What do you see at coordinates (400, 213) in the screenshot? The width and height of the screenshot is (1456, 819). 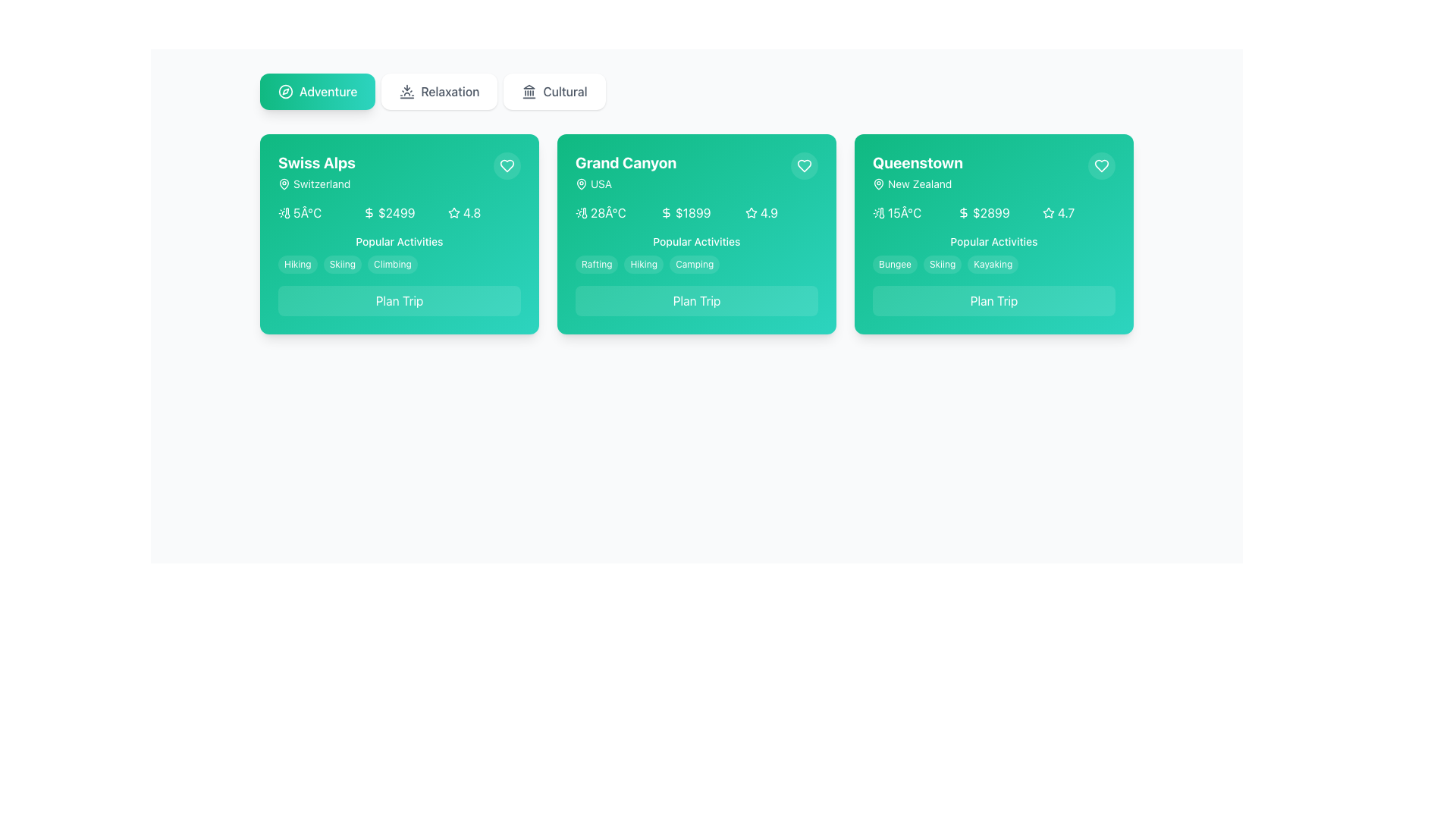 I see `the informational display component that shows the temperature, cost, and rating of the 'Swiss Alps' destination, located in the lower half of the card labeled 'Swiss Alps' within the 'Adventure' section` at bounding box center [400, 213].